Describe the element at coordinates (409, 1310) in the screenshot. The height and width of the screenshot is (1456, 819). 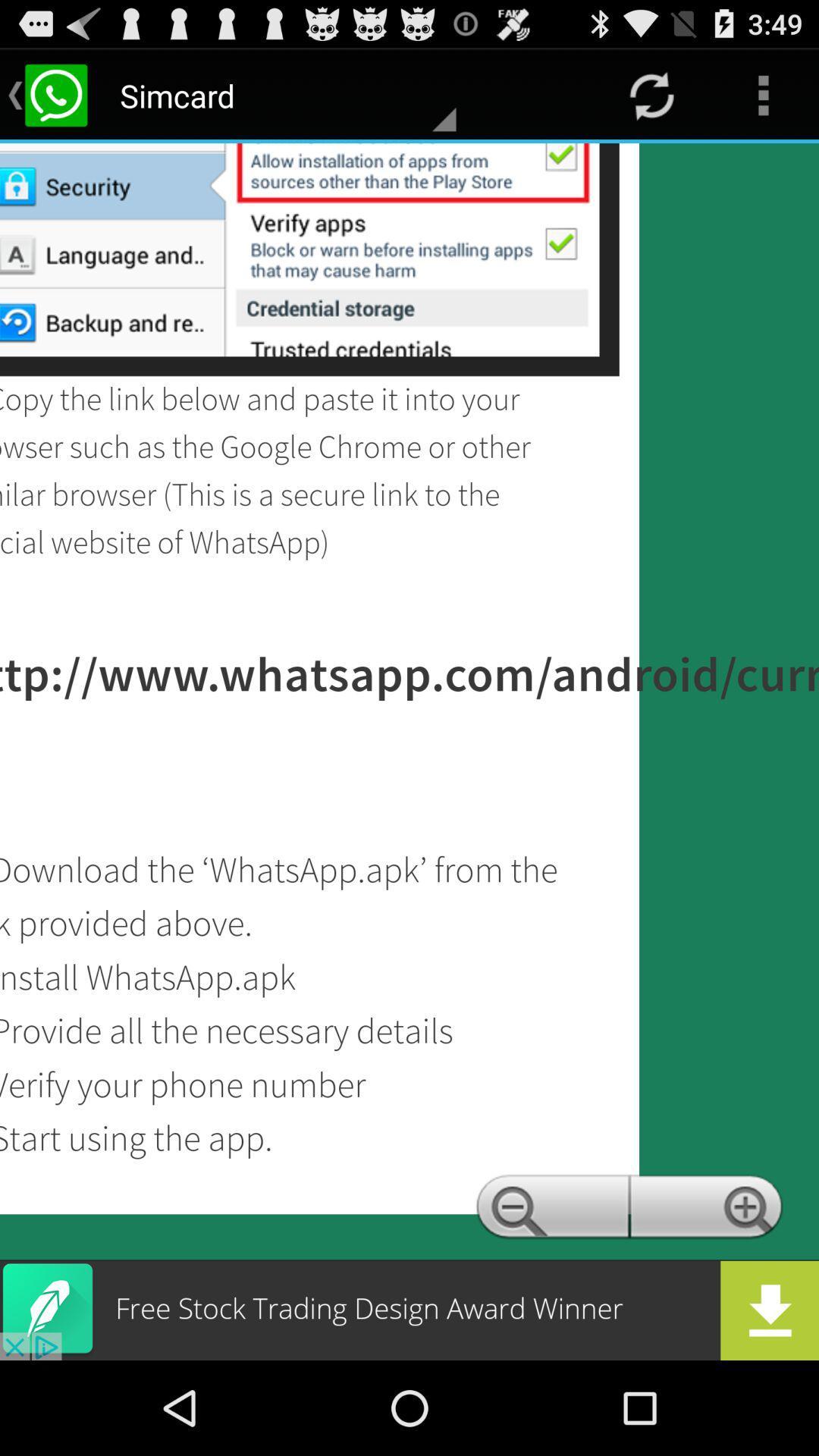
I see `open advertisement` at that location.